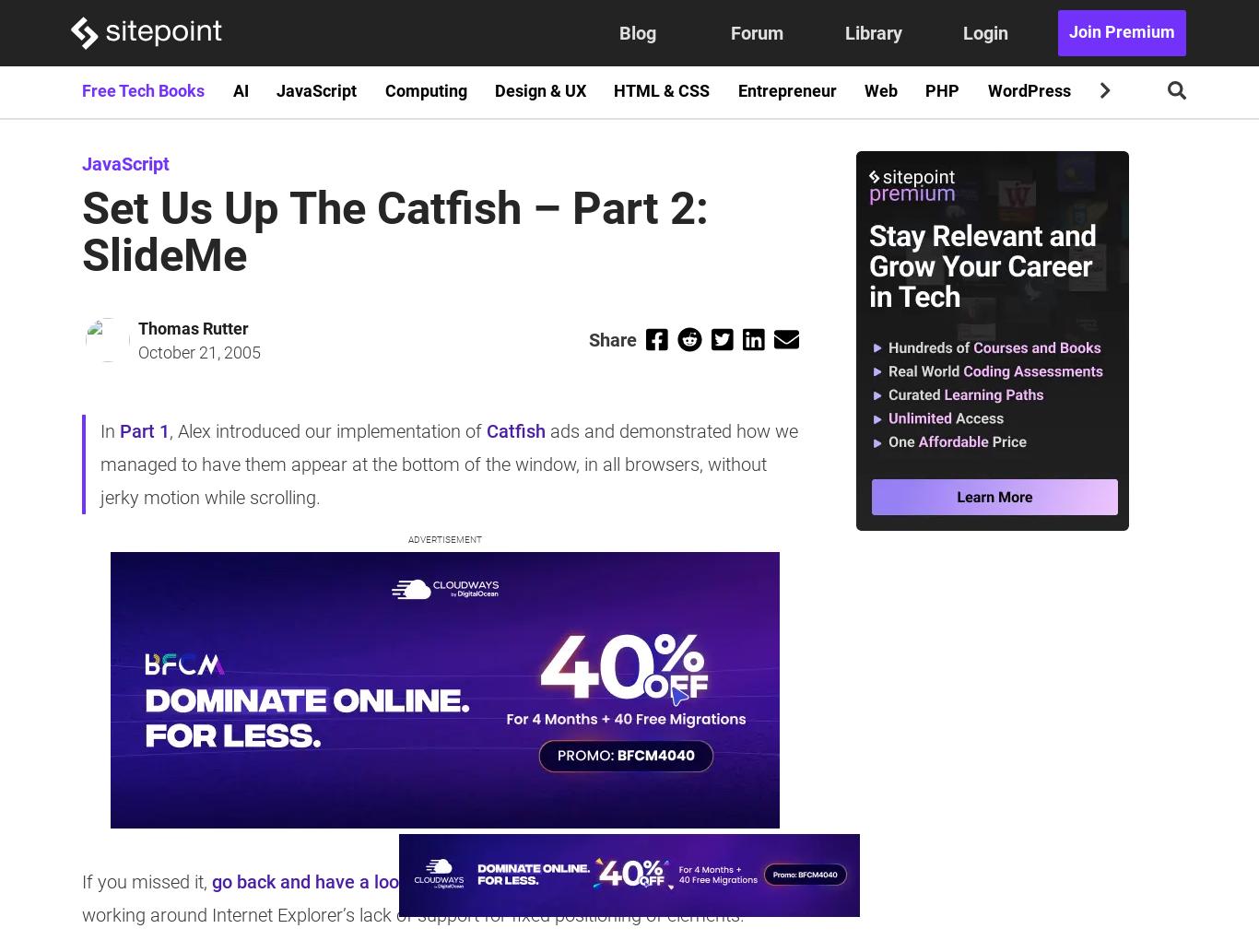  Describe the element at coordinates (538, 90) in the screenshot. I see `'Design & UX'` at that location.